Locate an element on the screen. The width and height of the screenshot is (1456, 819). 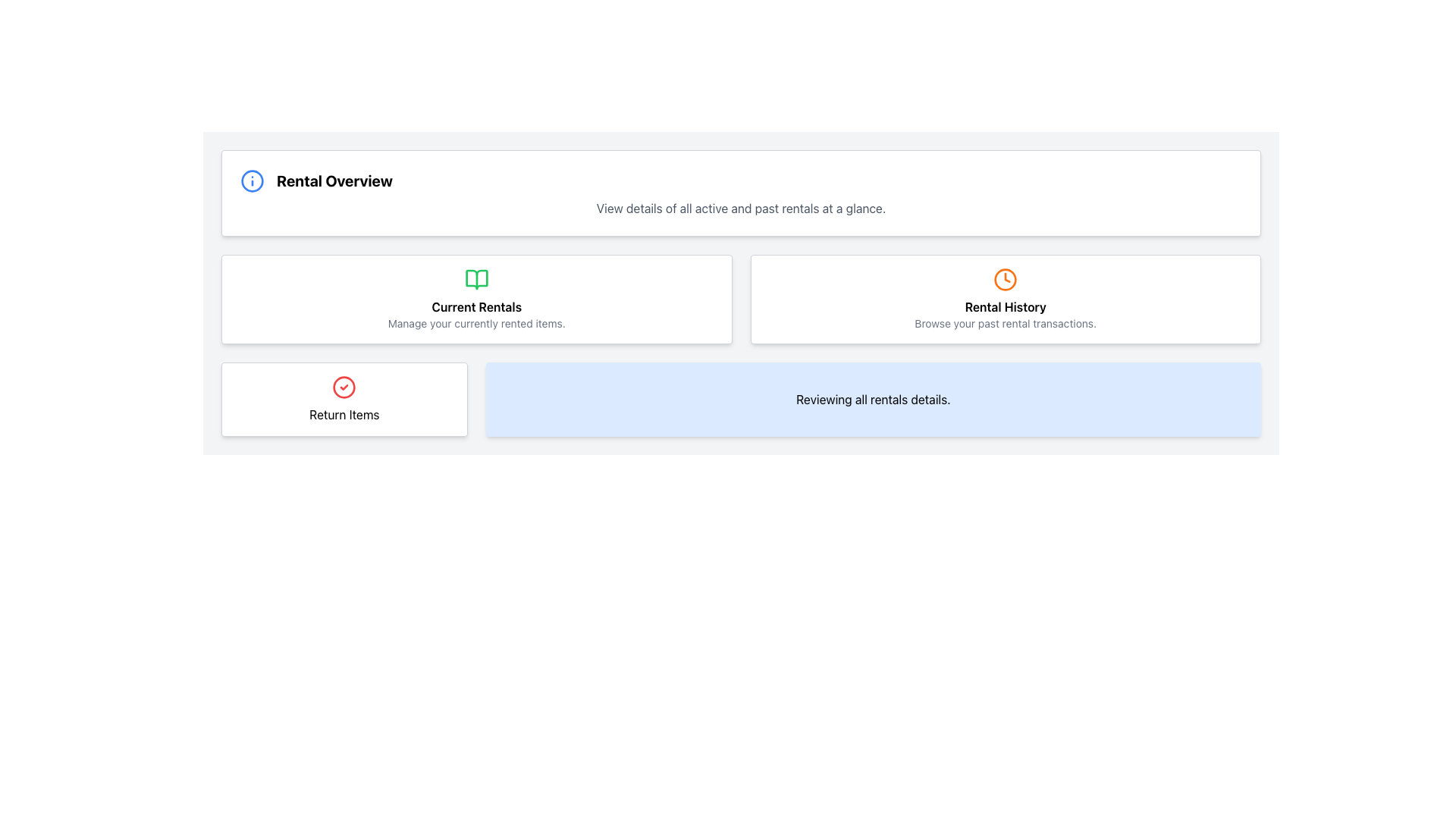
the orange triangular arrow pointer within the circular clock icon located in the upper right corner of the 'Rental History' card is located at coordinates (1007, 278).